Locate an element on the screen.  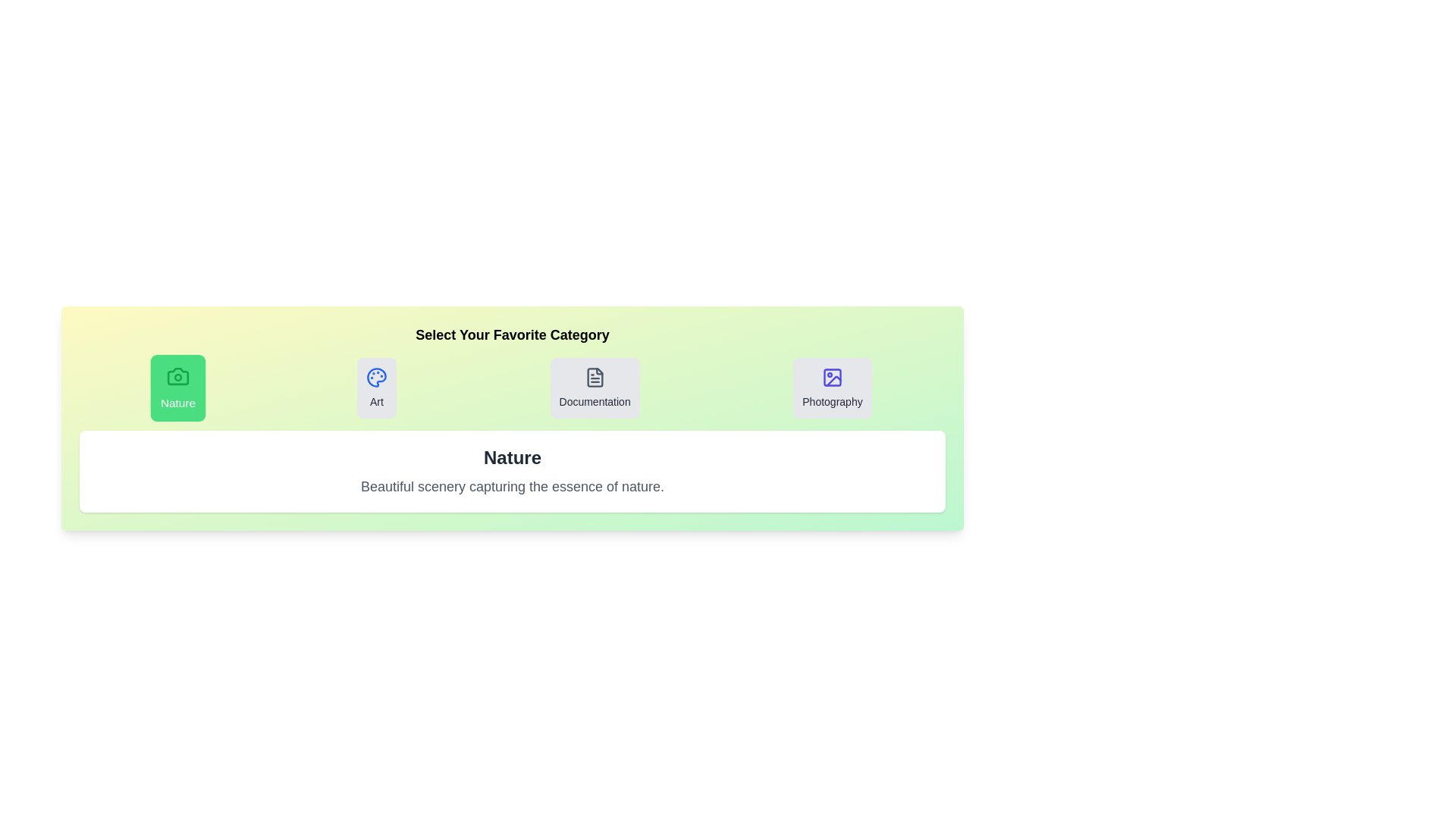
the tab for Art to observe the hover effect is located at coordinates (375, 388).